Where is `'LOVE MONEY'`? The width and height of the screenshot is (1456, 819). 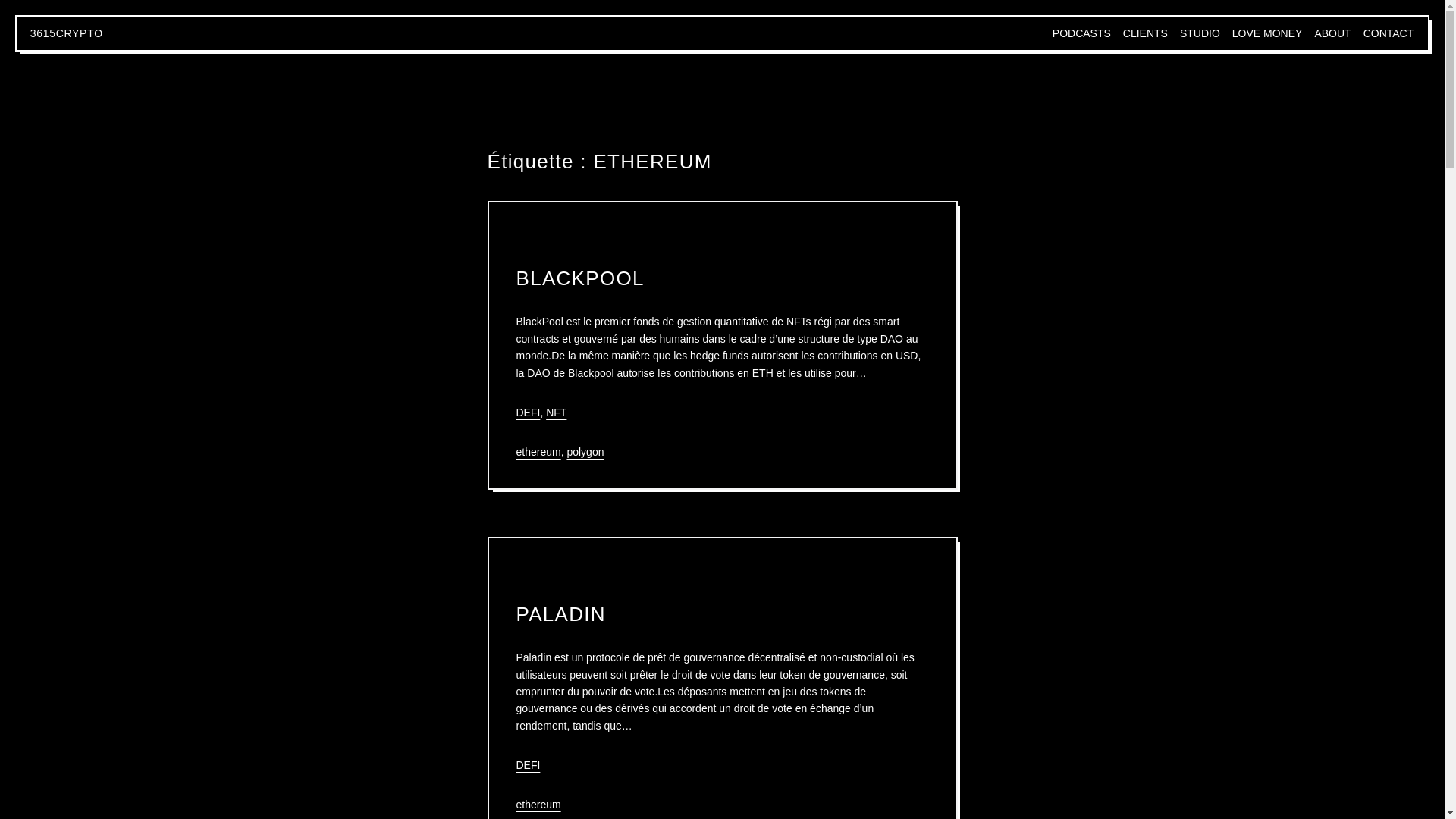 'LOVE MONEY' is located at coordinates (1232, 33).